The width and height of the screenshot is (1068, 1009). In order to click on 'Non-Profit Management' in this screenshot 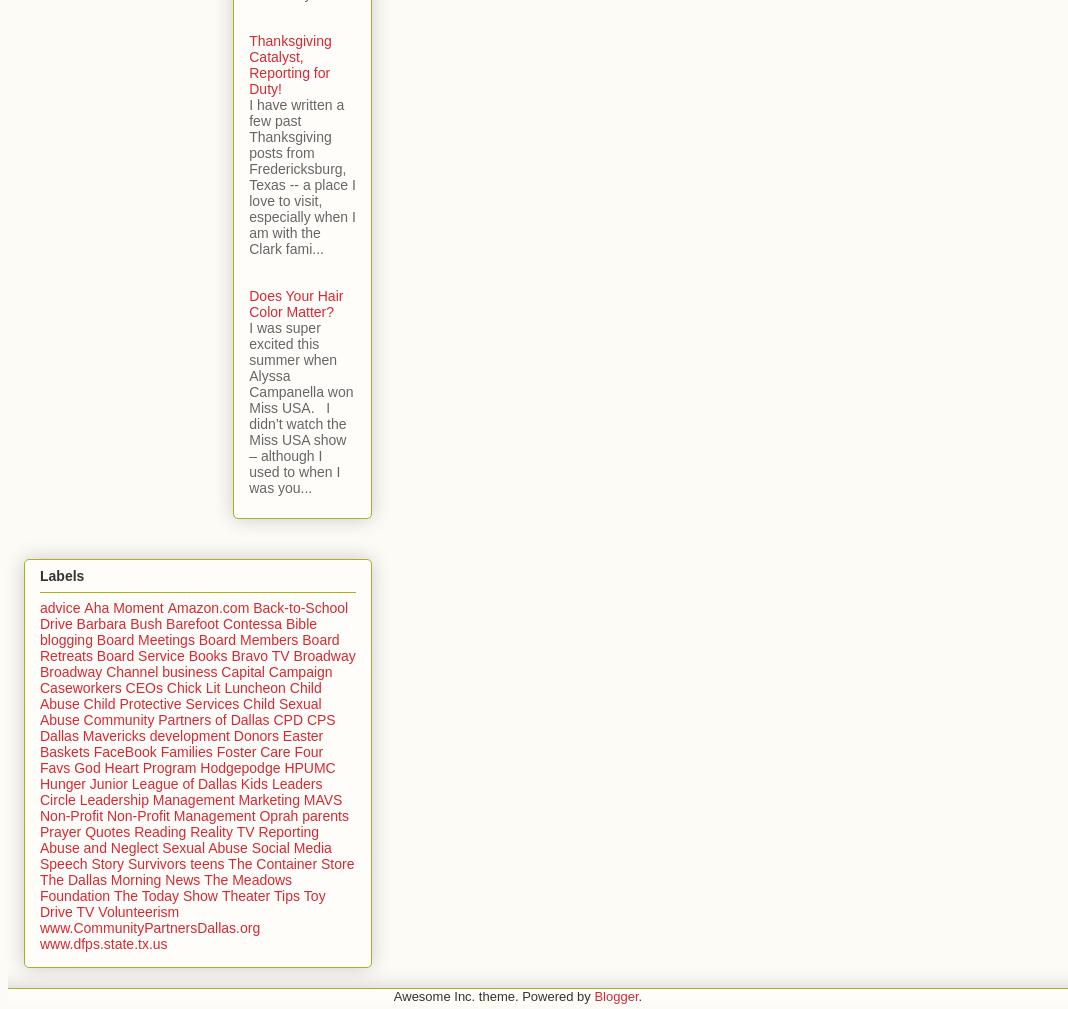, I will do `click(180, 815)`.